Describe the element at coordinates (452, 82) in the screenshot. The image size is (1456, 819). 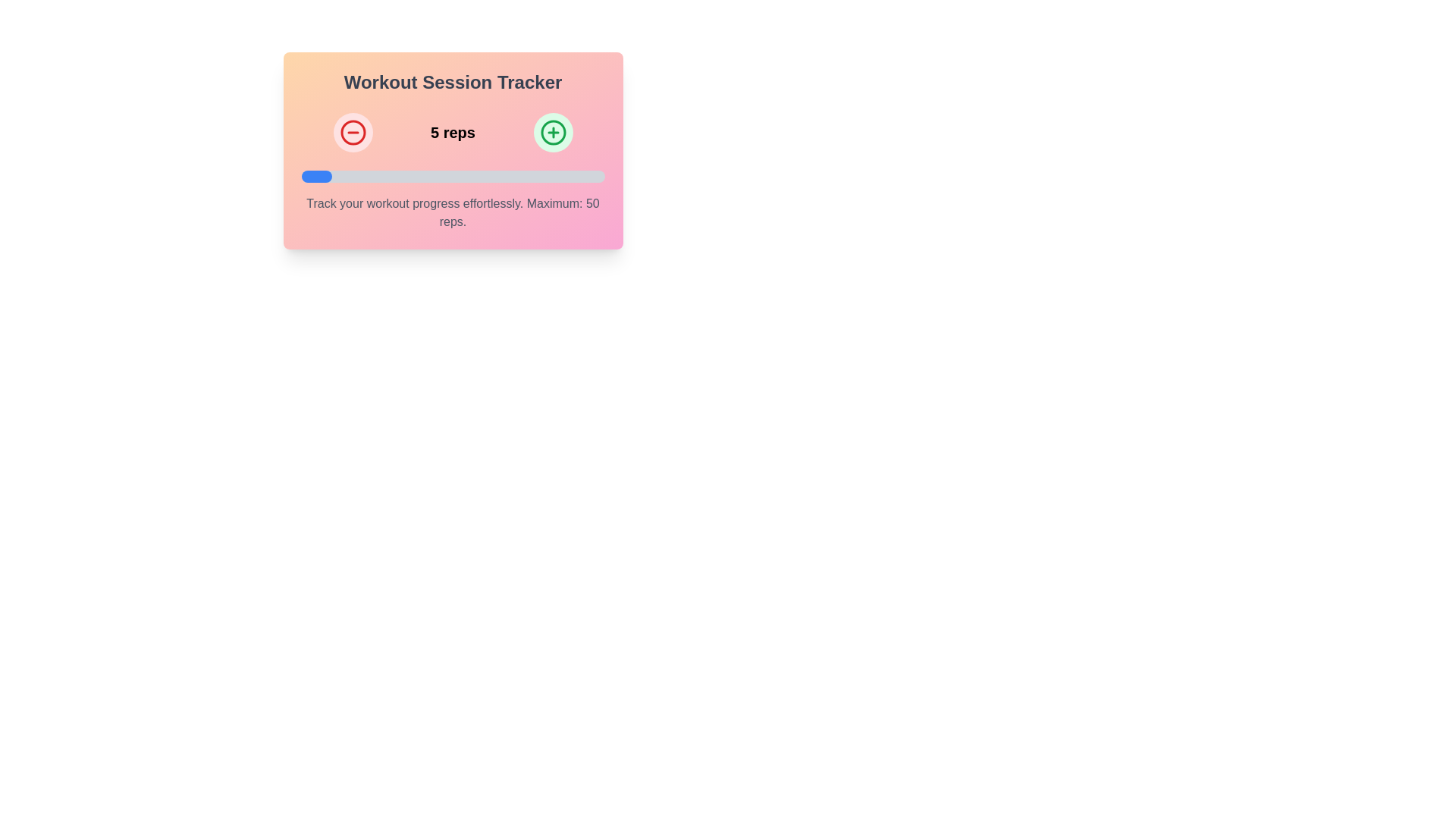
I see `centered header text displaying 'Workout Session Tracker' in bold, large font with dark gray color` at that location.